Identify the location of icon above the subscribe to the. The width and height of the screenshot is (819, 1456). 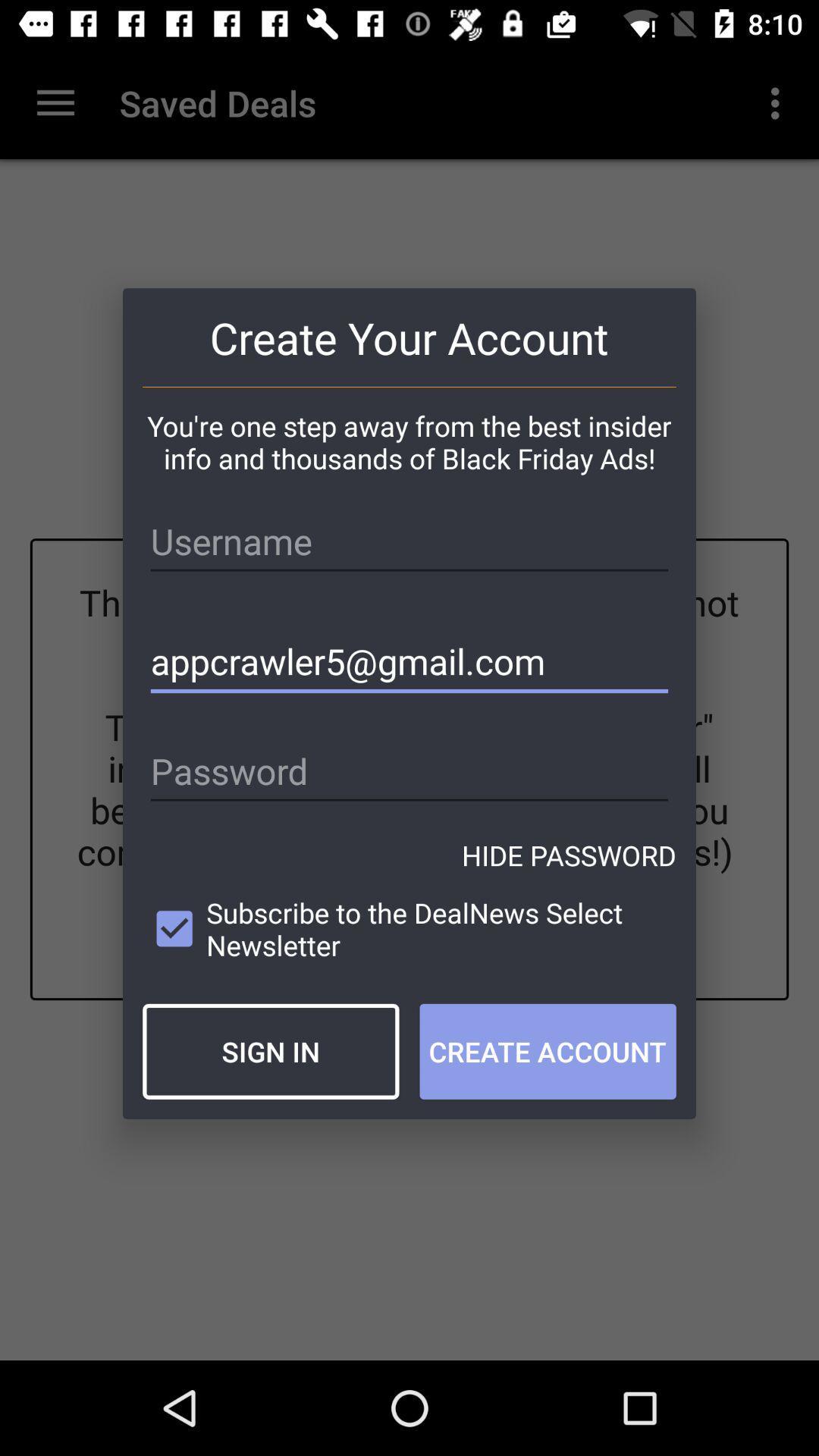
(569, 855).